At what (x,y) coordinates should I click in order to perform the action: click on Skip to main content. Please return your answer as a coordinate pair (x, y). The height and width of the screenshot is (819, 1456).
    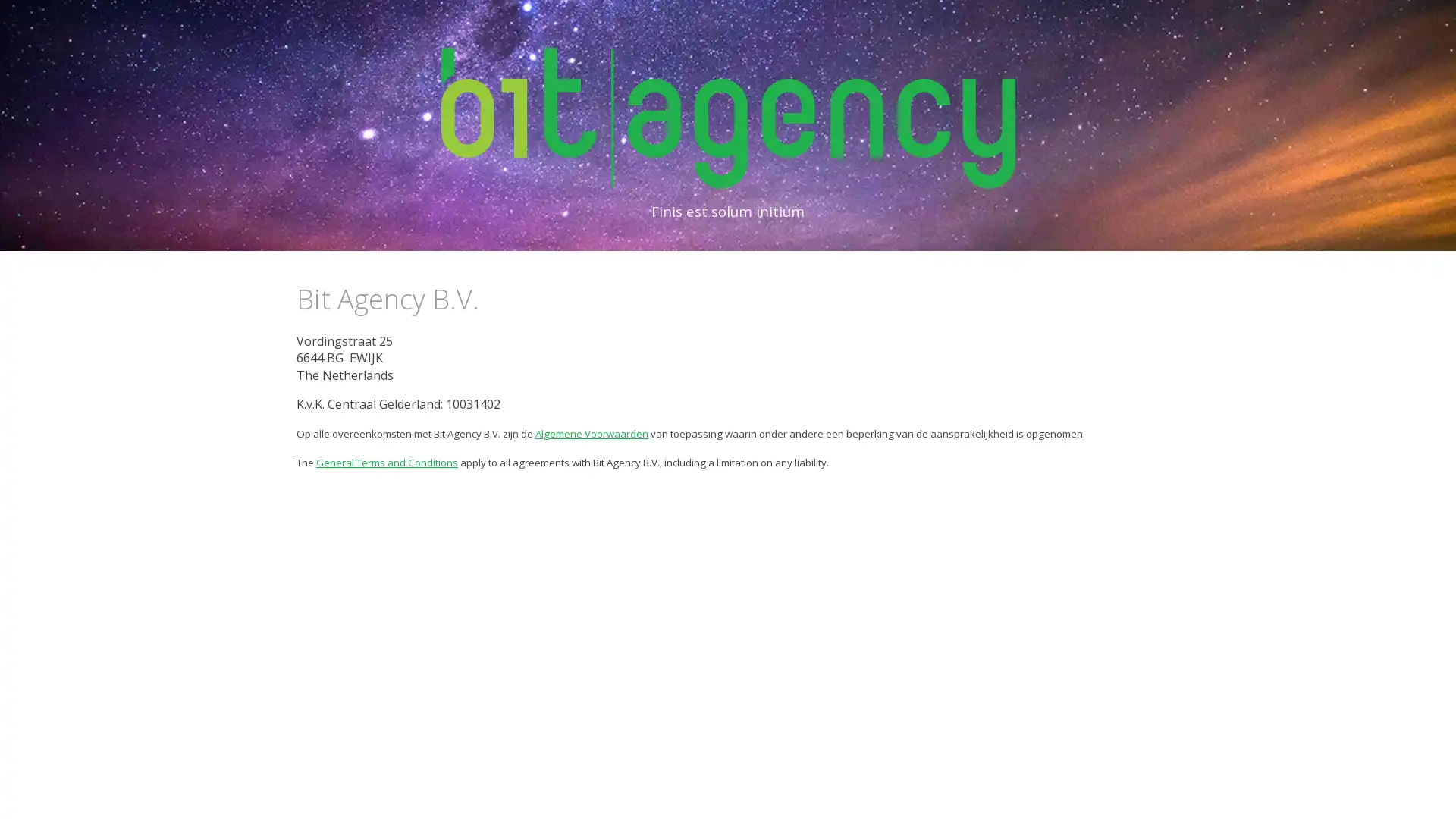
    Looking at the image, I should click on (597, 28).